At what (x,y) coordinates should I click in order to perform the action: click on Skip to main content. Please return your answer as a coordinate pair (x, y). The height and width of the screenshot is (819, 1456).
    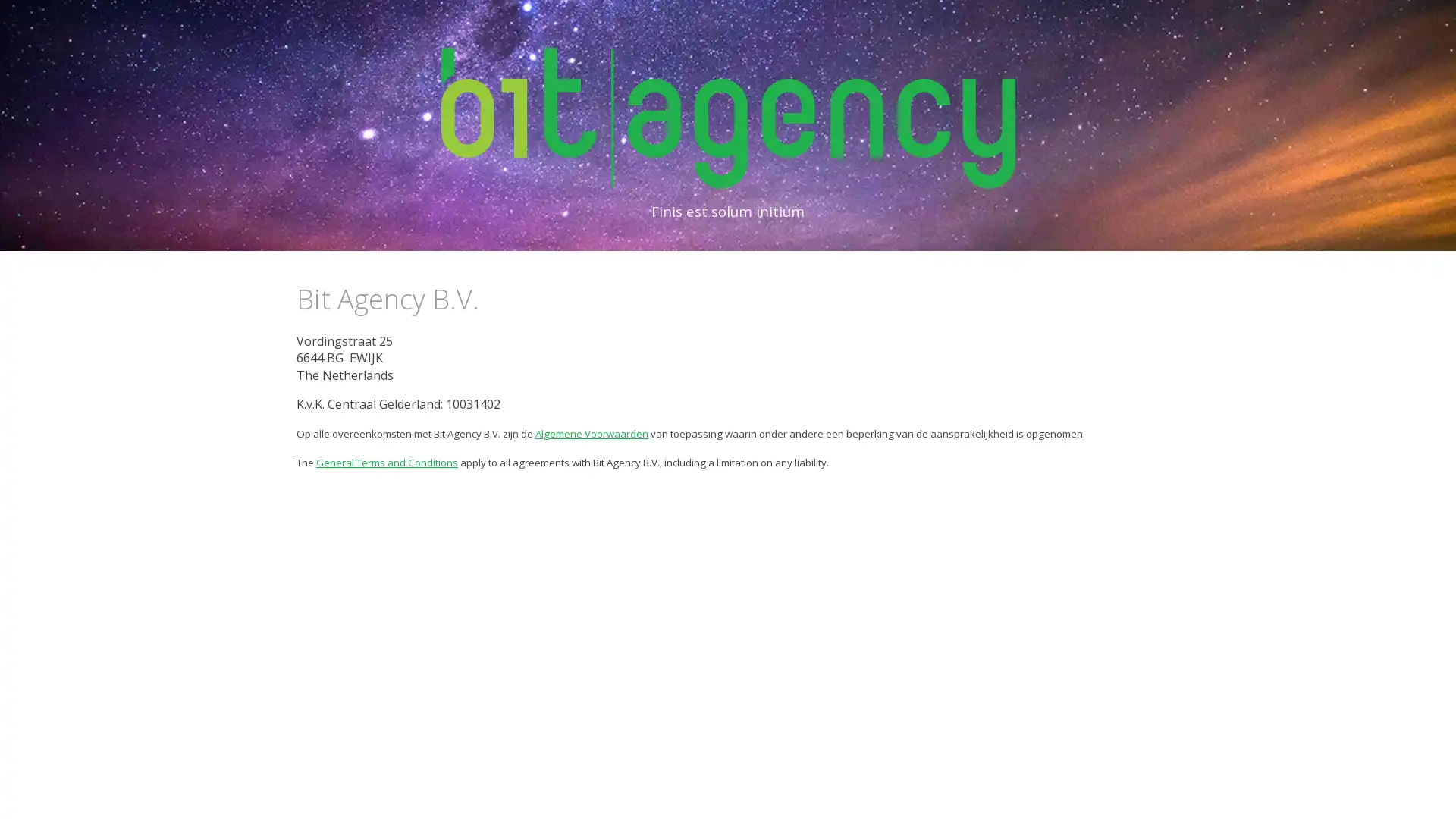
    Looking at the image, I should click on (597, 28).